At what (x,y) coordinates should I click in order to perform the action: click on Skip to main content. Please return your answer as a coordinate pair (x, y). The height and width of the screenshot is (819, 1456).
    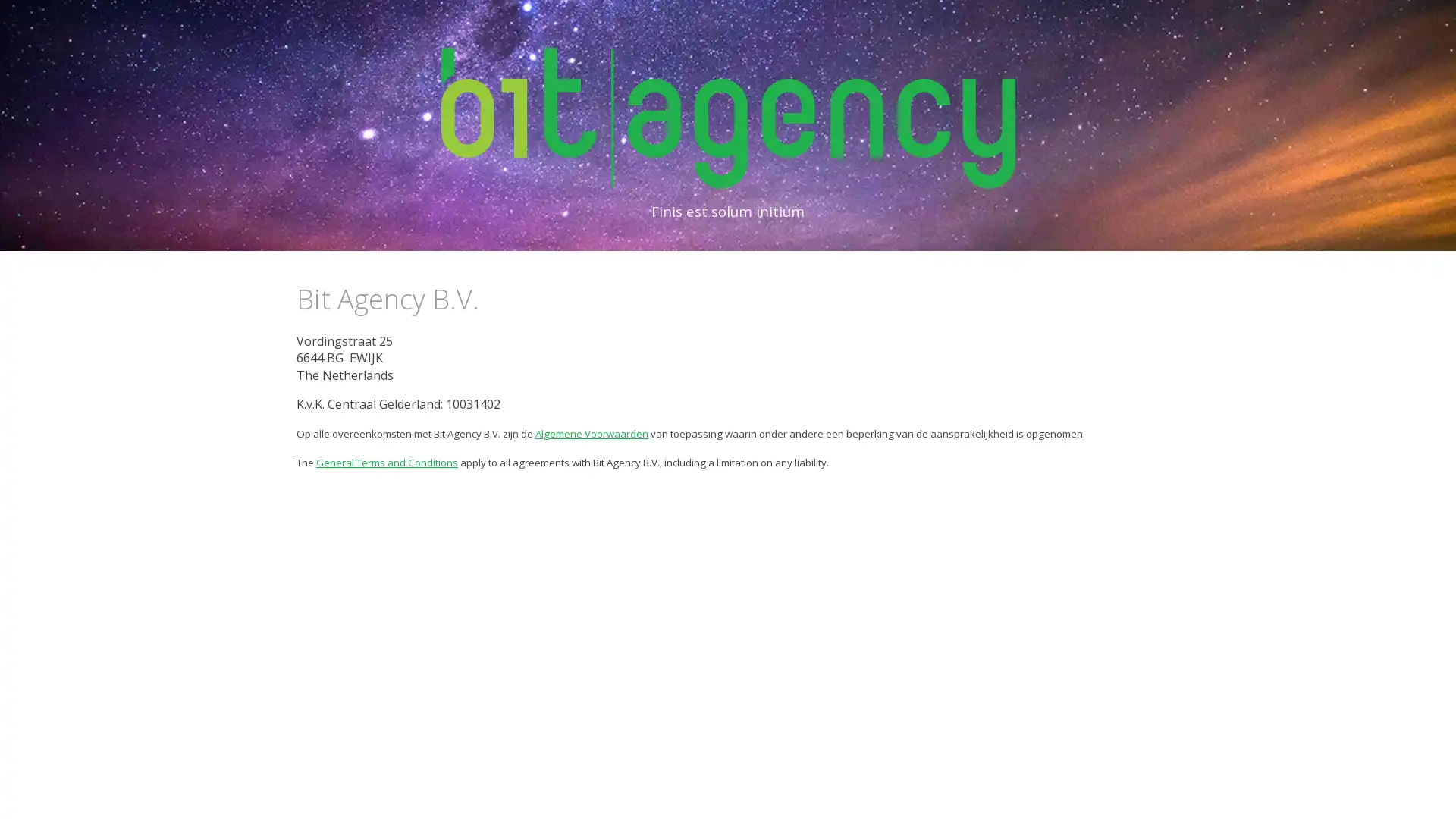
    Looking at the image, I should click on (597, 28).